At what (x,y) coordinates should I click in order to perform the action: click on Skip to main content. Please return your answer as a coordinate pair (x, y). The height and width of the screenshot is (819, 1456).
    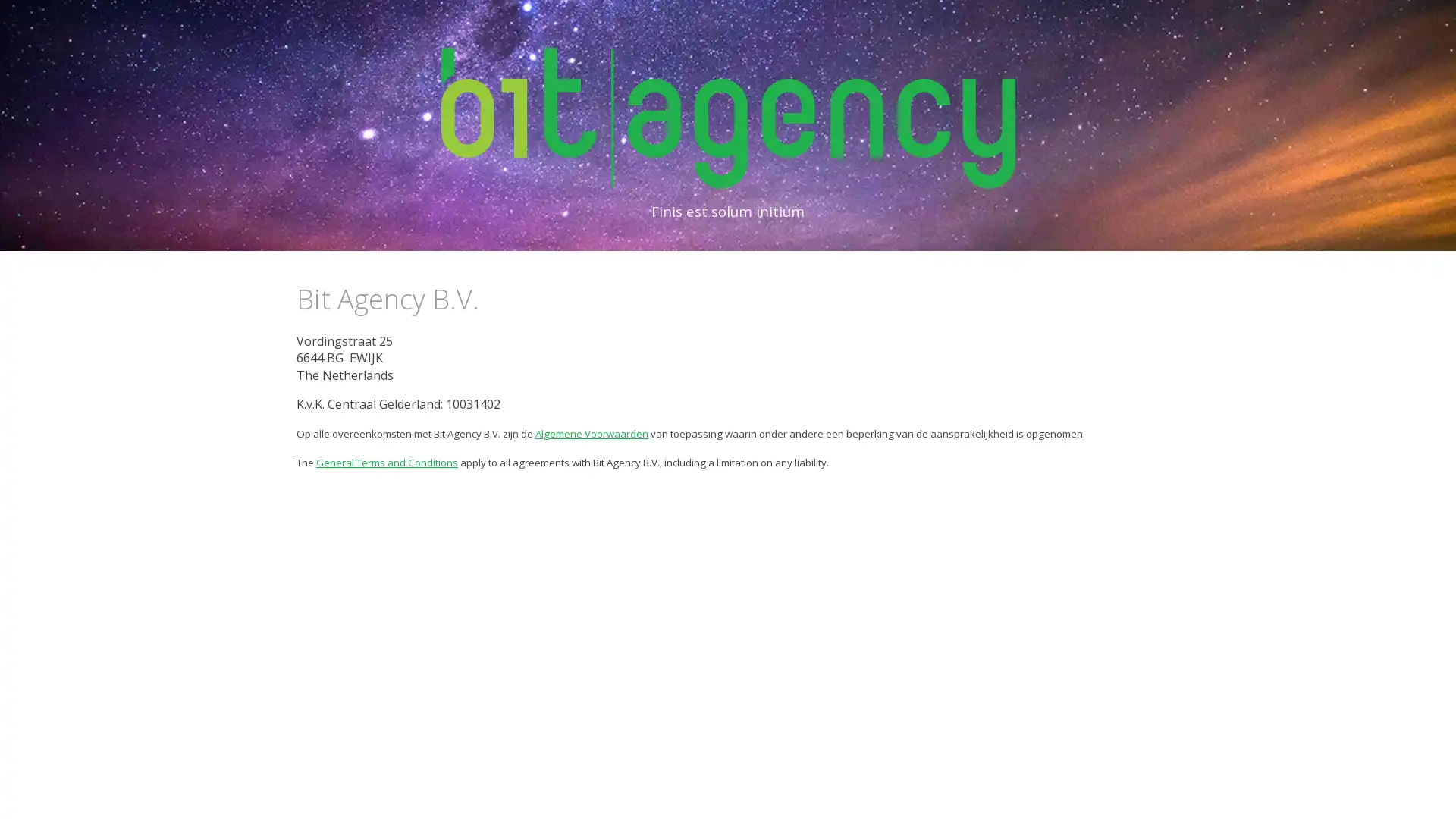
    Looking at the image, I should click on (597, 28).